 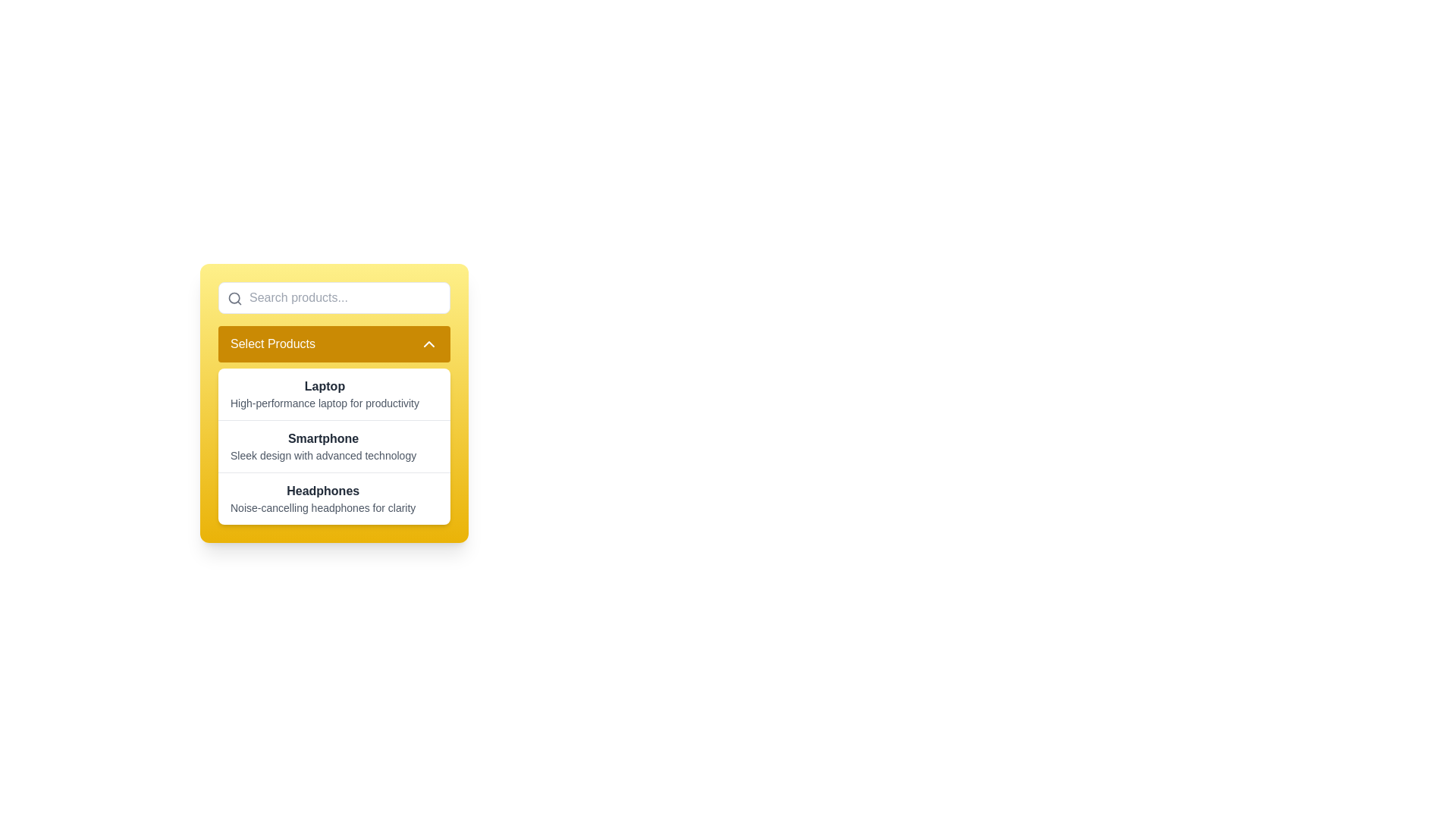 I want to click on details of the first item in the list, which is a Text Display containing the title 'Laptop' and subtitle 'High-performance laptop for productivity', so click(x=324, y=394).